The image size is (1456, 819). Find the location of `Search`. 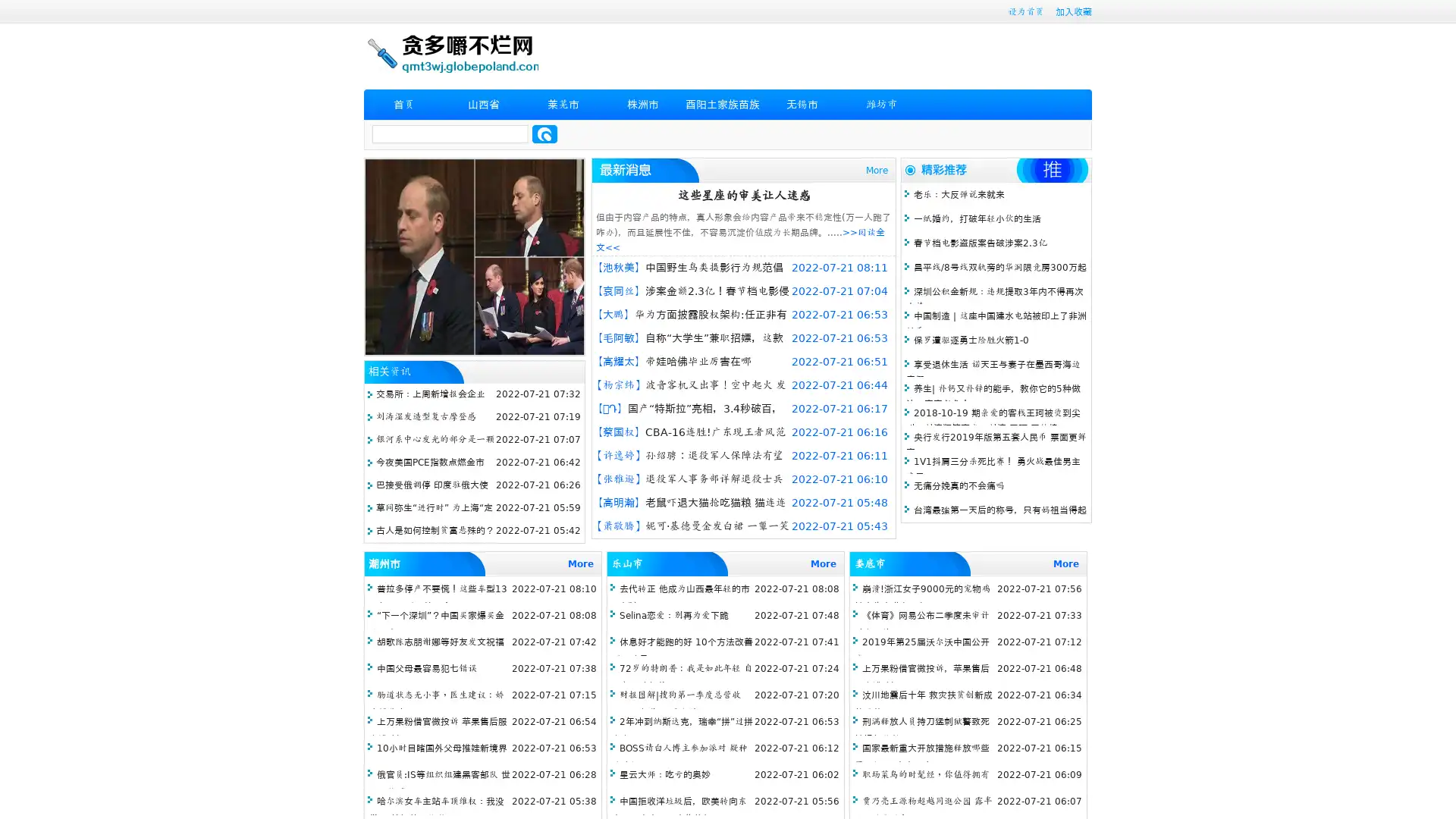

Search is located at coordinates (544, 133).